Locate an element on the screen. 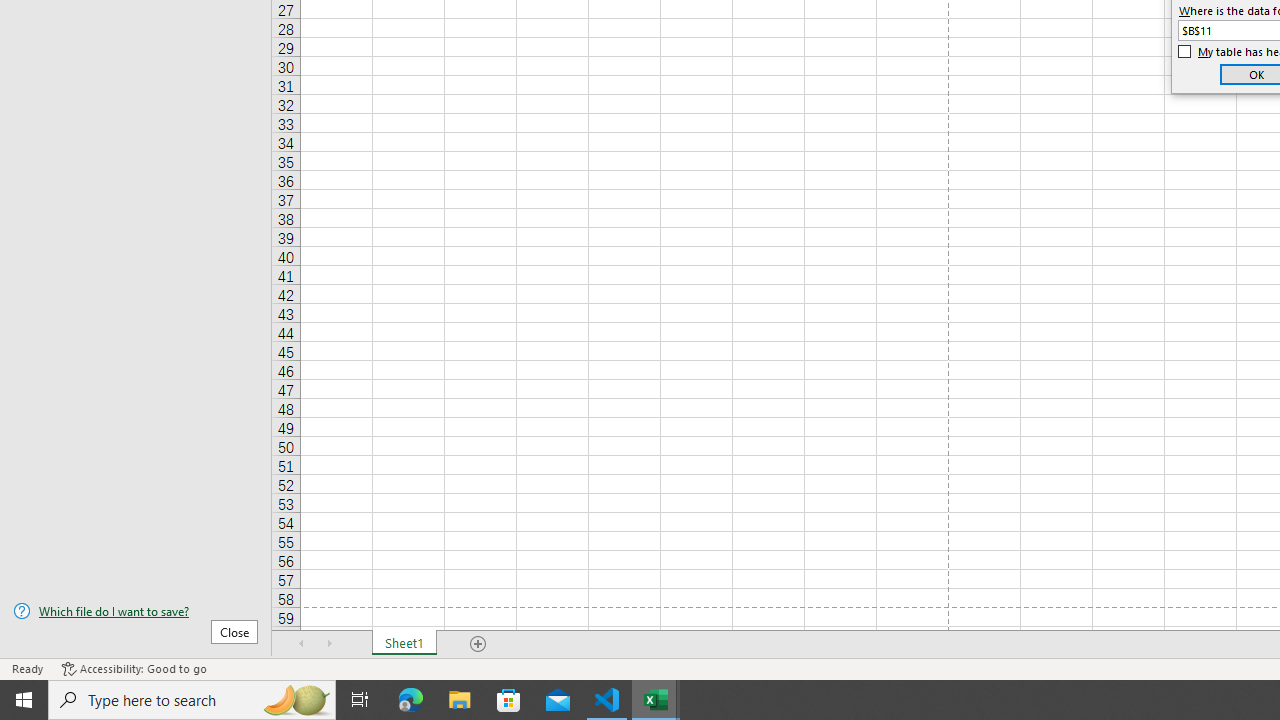 This screenshot has width=1280, height=720. 'Add Sheet' is located at coordinates (477, 644).